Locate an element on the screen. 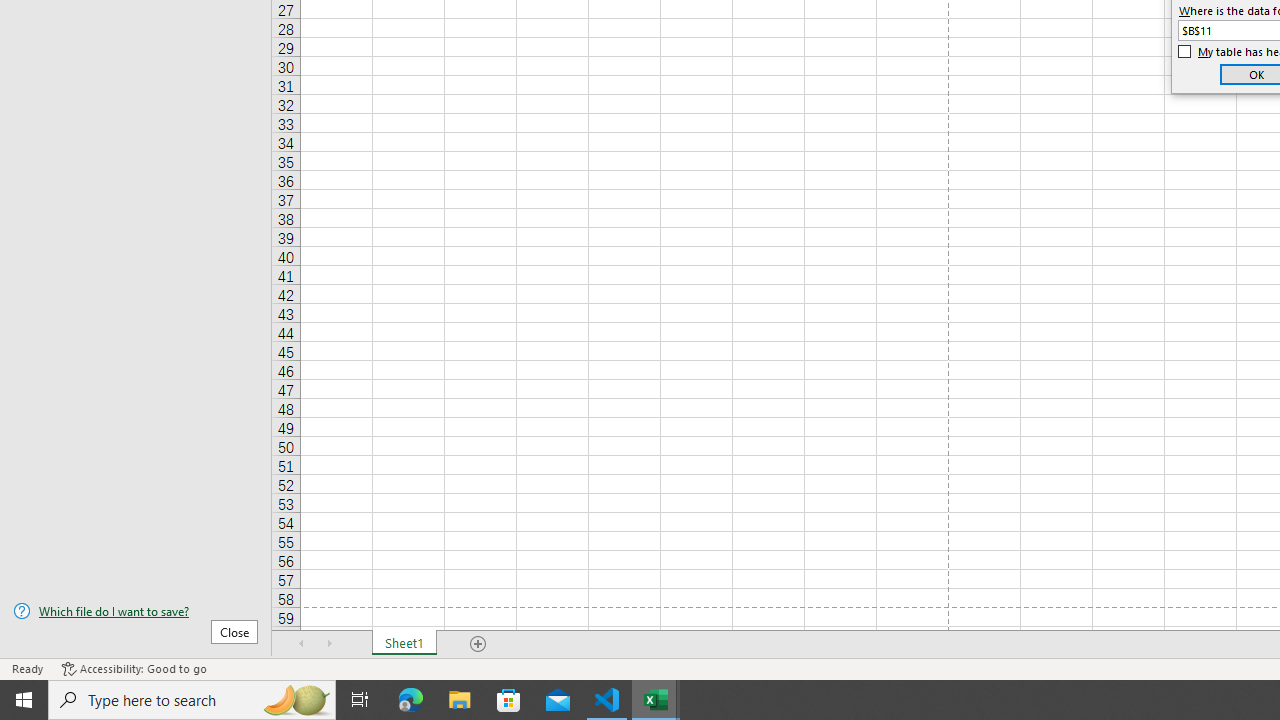 This screenshot has width=1280, height=720. 'Add Sheet' is located at coordinates (477, 644).